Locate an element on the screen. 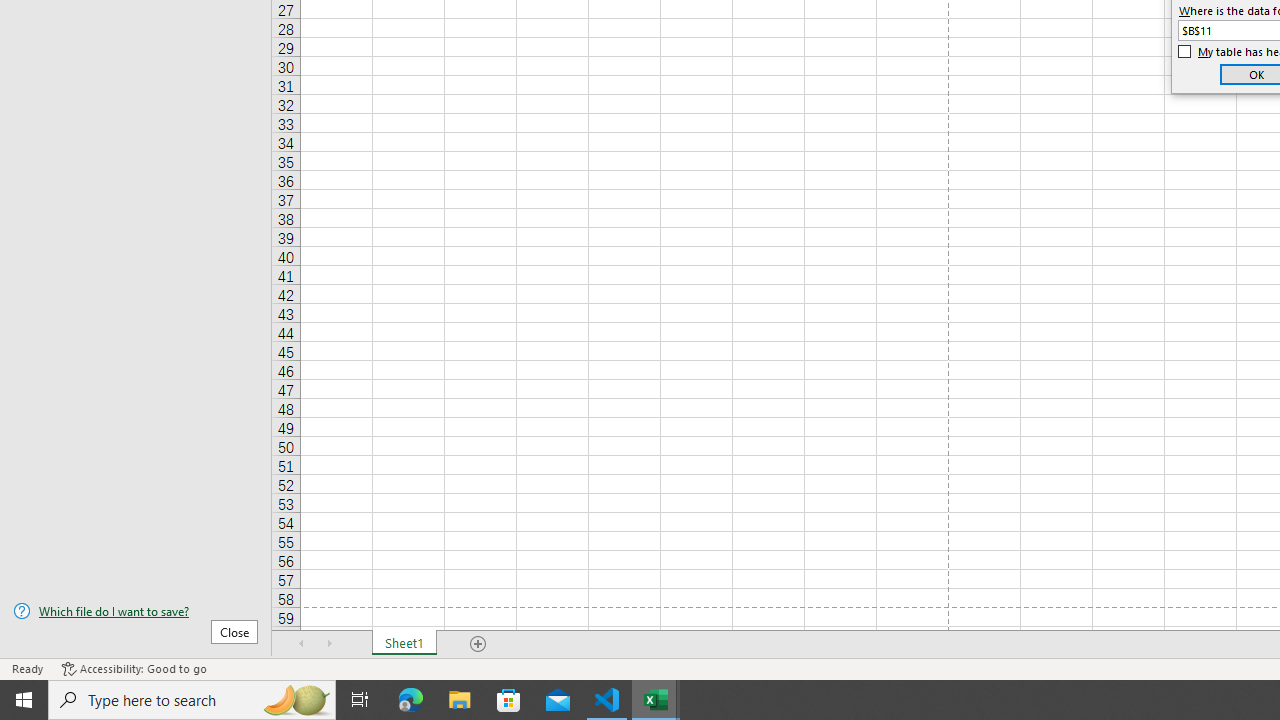 This screenshot has width=1280, height=720. 'Add Sheet' is located at coordinates (477, 644).